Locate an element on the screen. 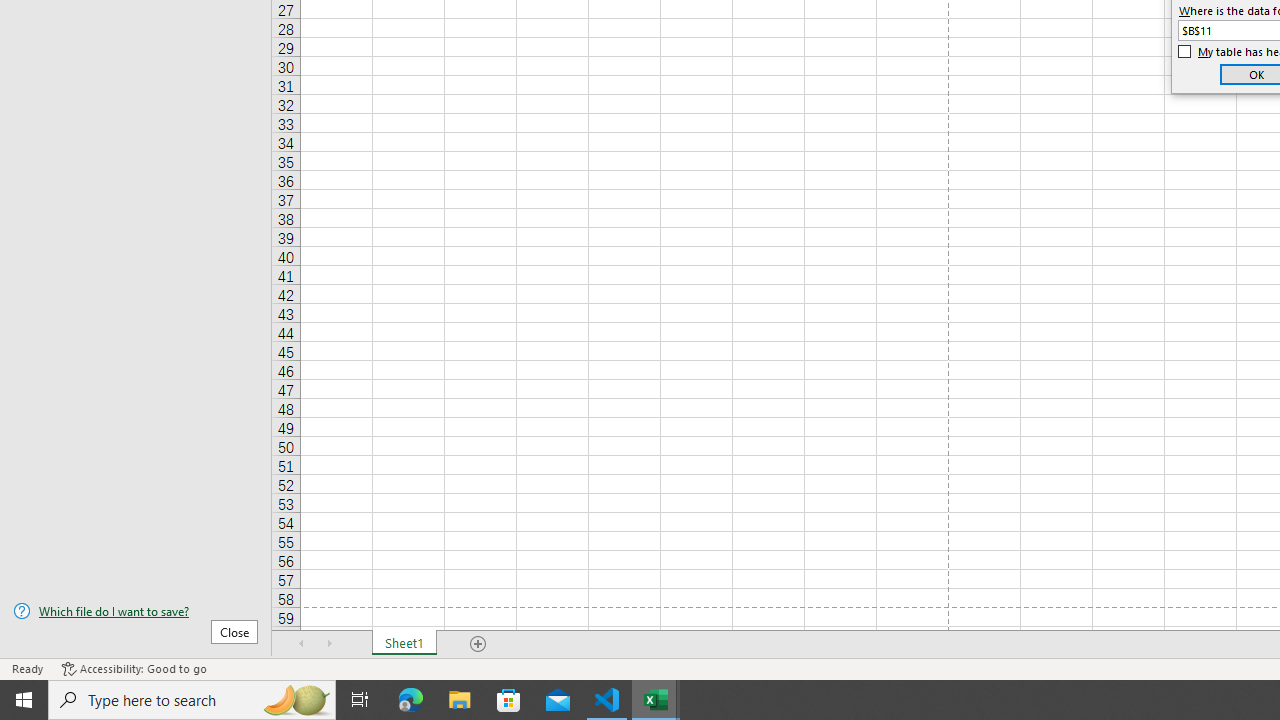 This screenshot has width=1280, height=720. 'Add Sheet' is located at coordinates (477, 644).